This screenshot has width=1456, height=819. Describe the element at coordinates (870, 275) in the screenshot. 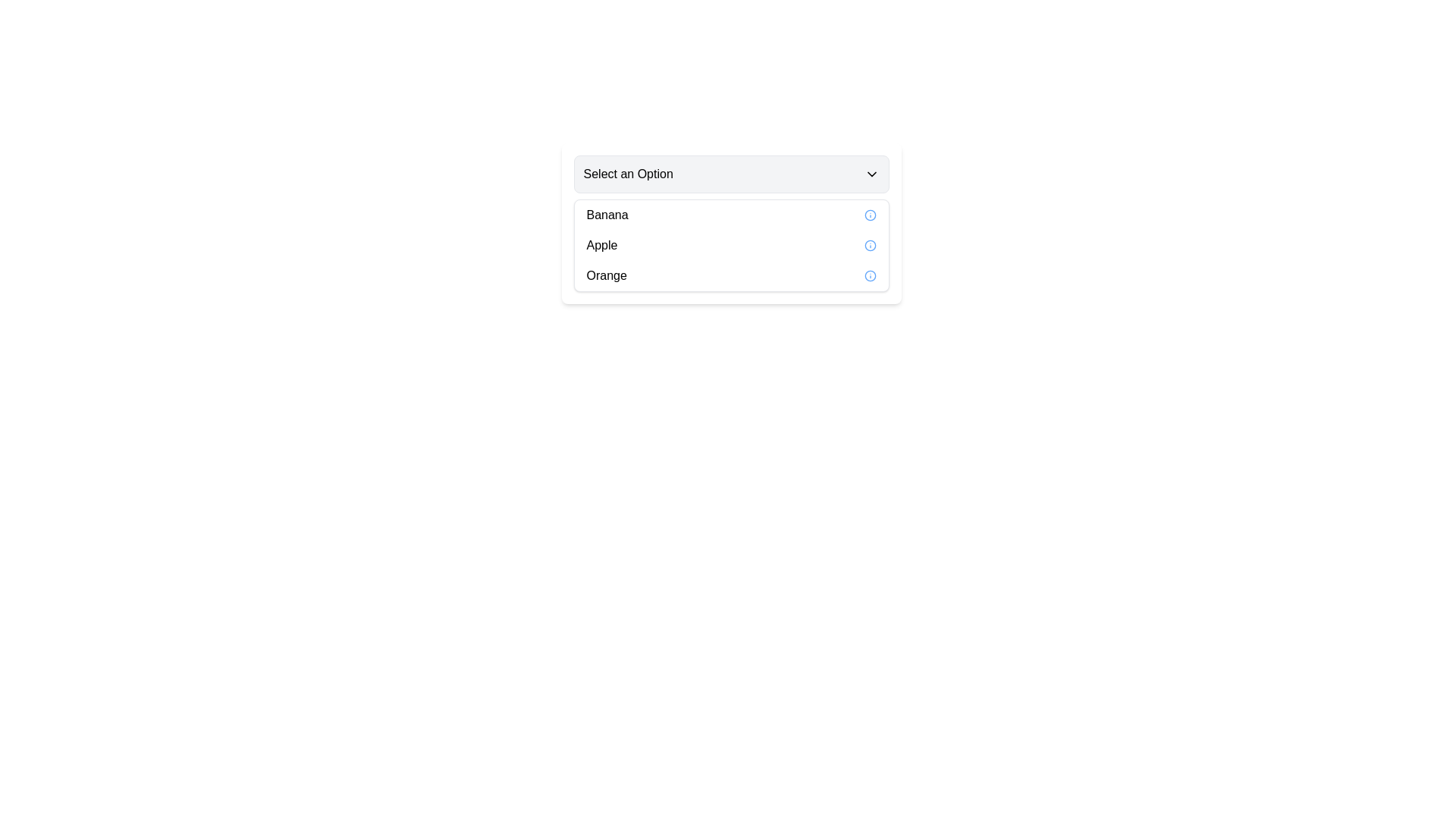

I see `the leftmost SVG circle icon associated with the 'Orange' option in the dropdown list to possibly reveal a tooltip` at that location.